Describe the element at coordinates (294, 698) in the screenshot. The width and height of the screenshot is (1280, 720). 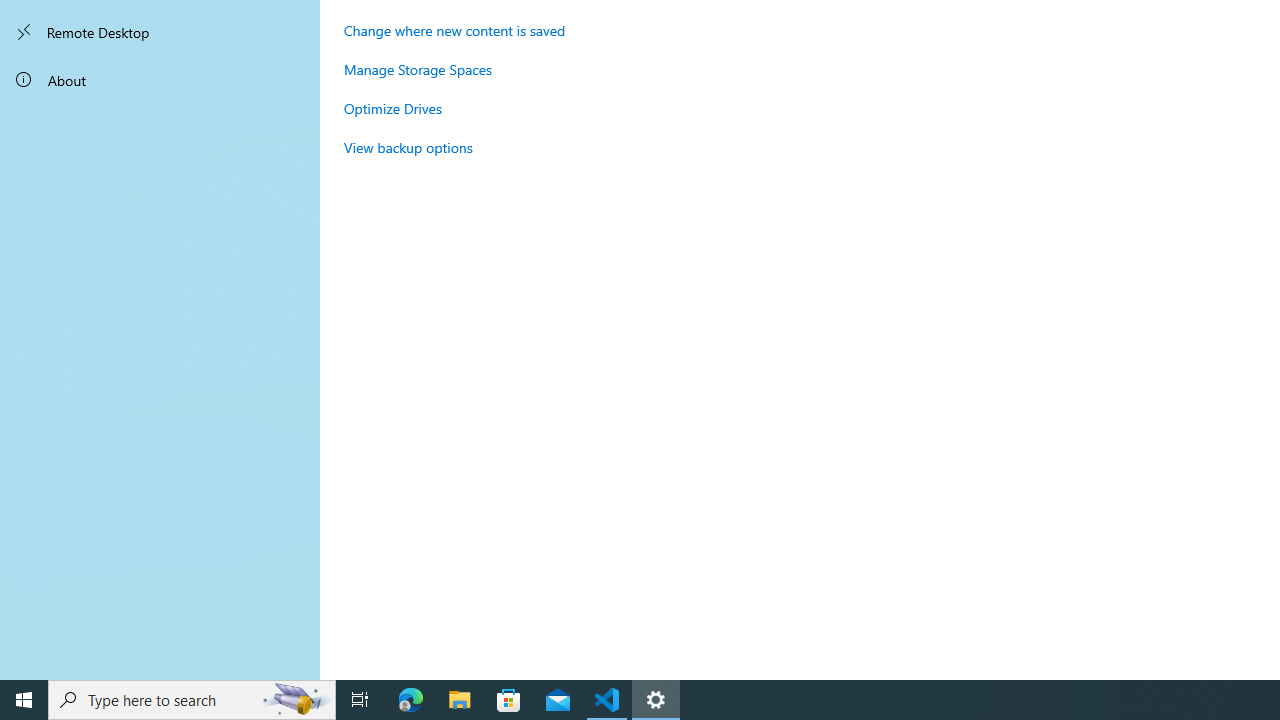
I see `'Search highlights icon opens search home window'` at that location.